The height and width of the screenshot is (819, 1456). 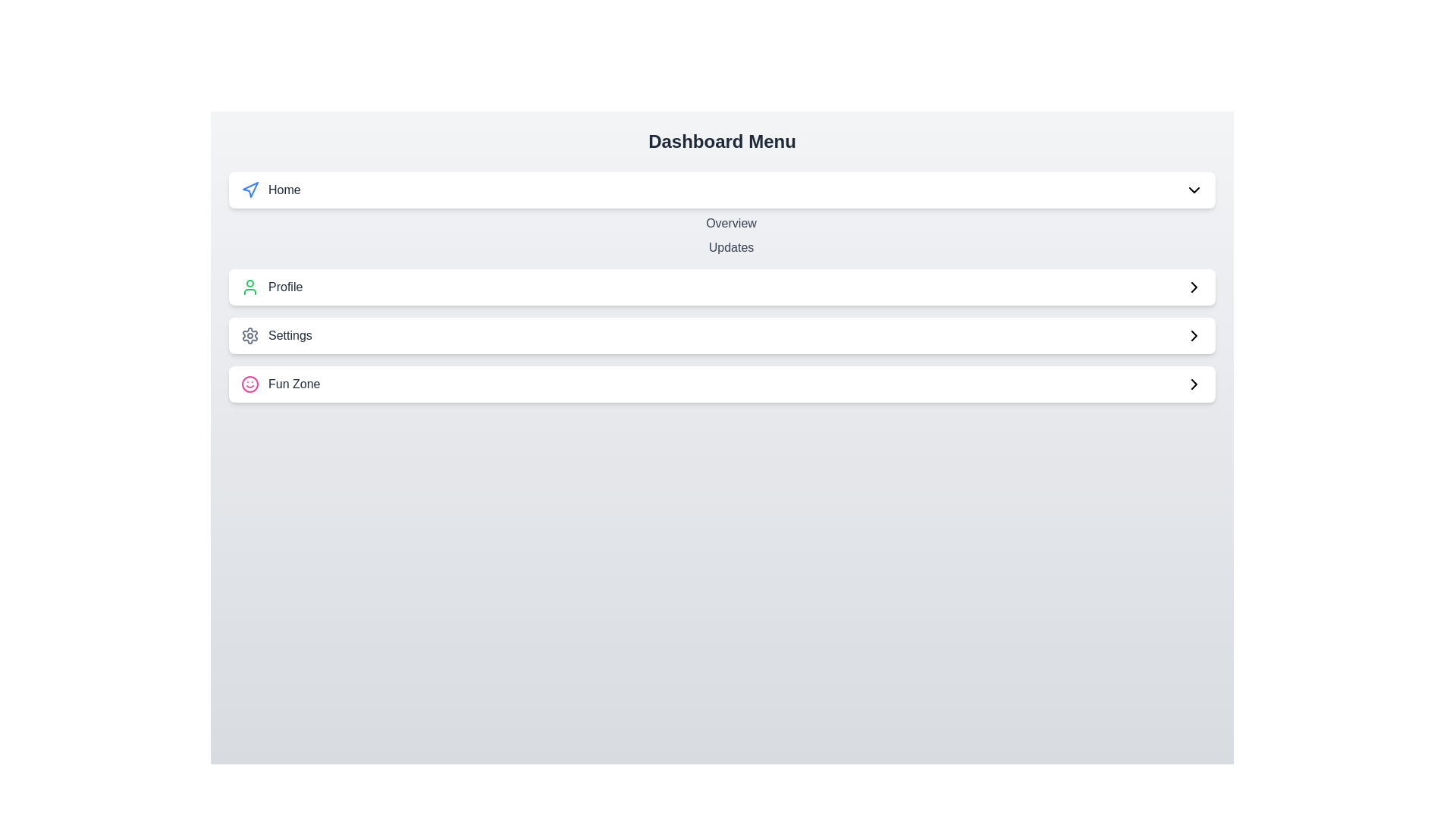 I want to click on the 'Overview' text label, which is styled with a gray font and appears underlined on hover, located in the menu section below the 'Dashboard Menu' header, so click(x=731, y=223).